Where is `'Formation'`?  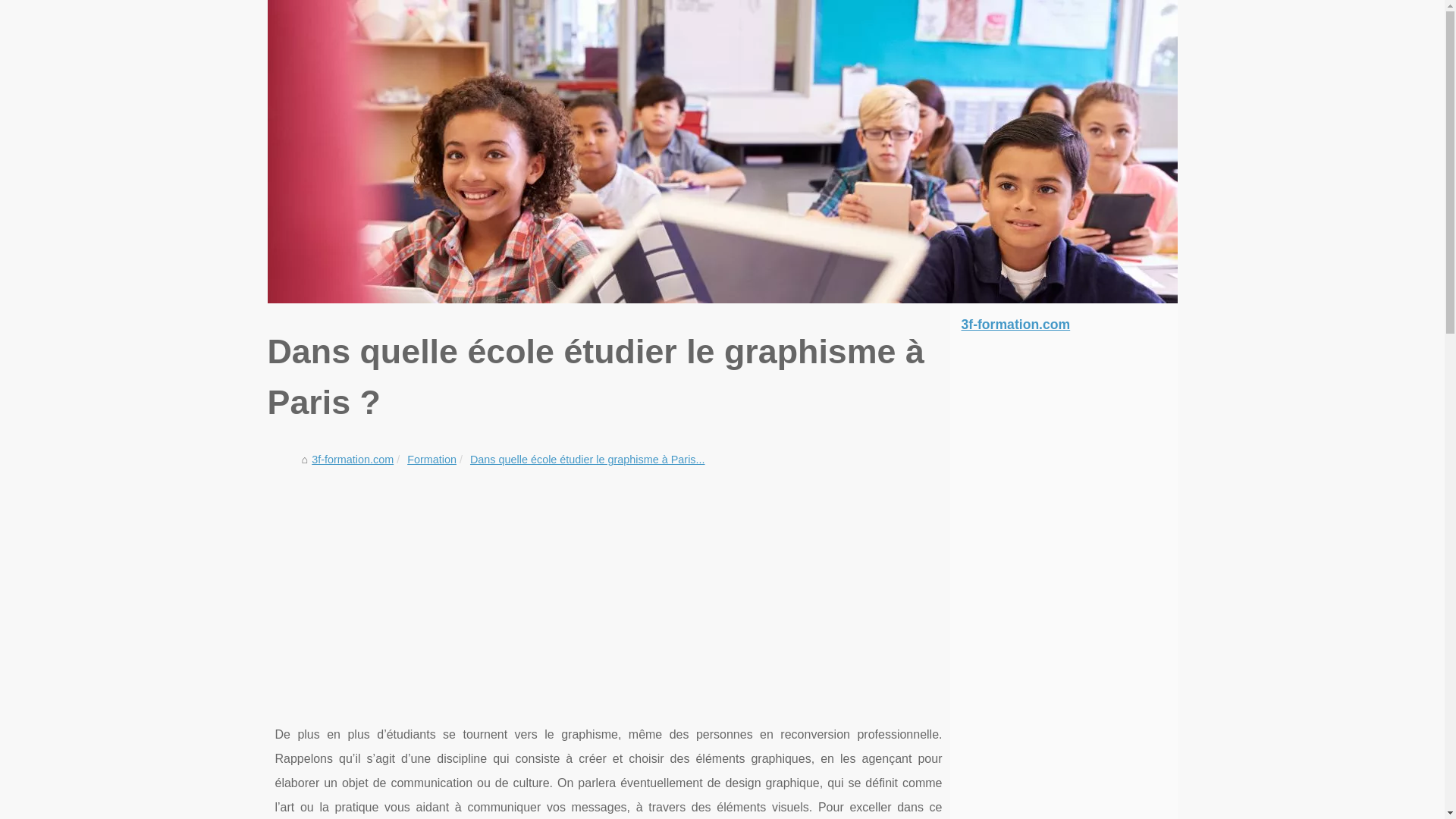
'Formation' is located at coordinates (431, 458).